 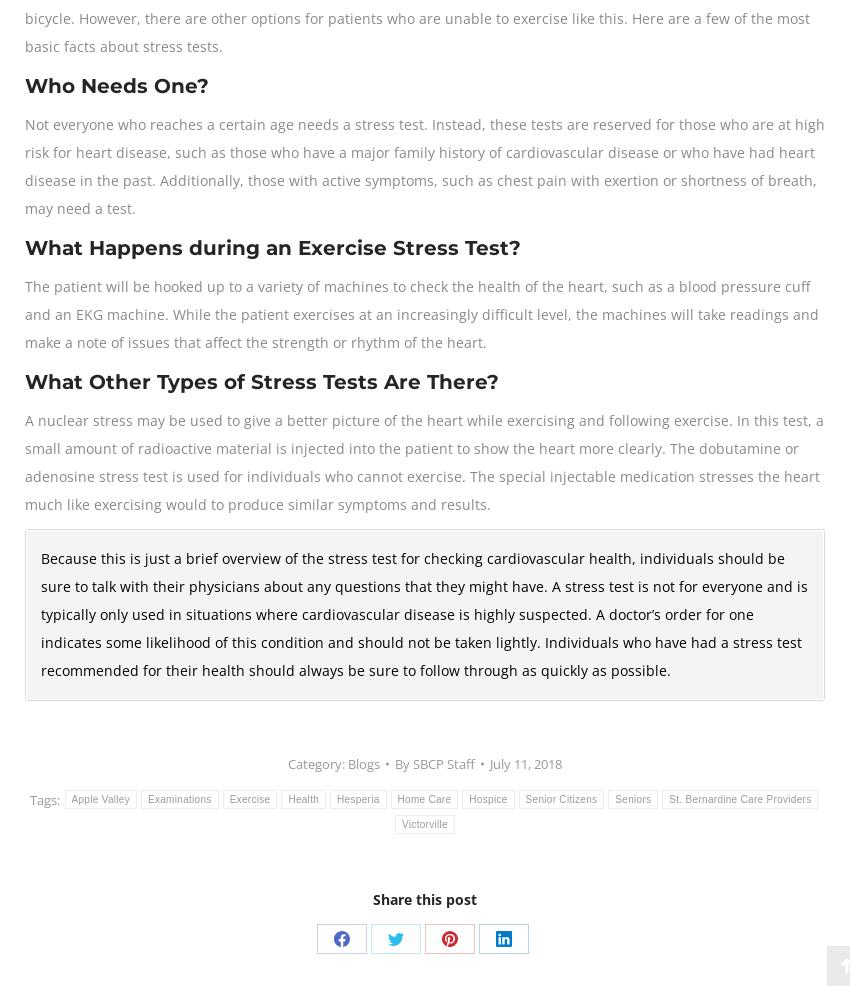 What do you see at coordinates (23, 313) in the screenshot?
I see `'The patient will be hooked up to a variety of machines to check the health of the heart, such as a blood pressure cuff and an EKG machine. While the patient exercises at an increasingly difficult level, the machines will take readings and make a note of issues that affect the strength or rhythm of the heart.'` at bounding box center [23, 313].